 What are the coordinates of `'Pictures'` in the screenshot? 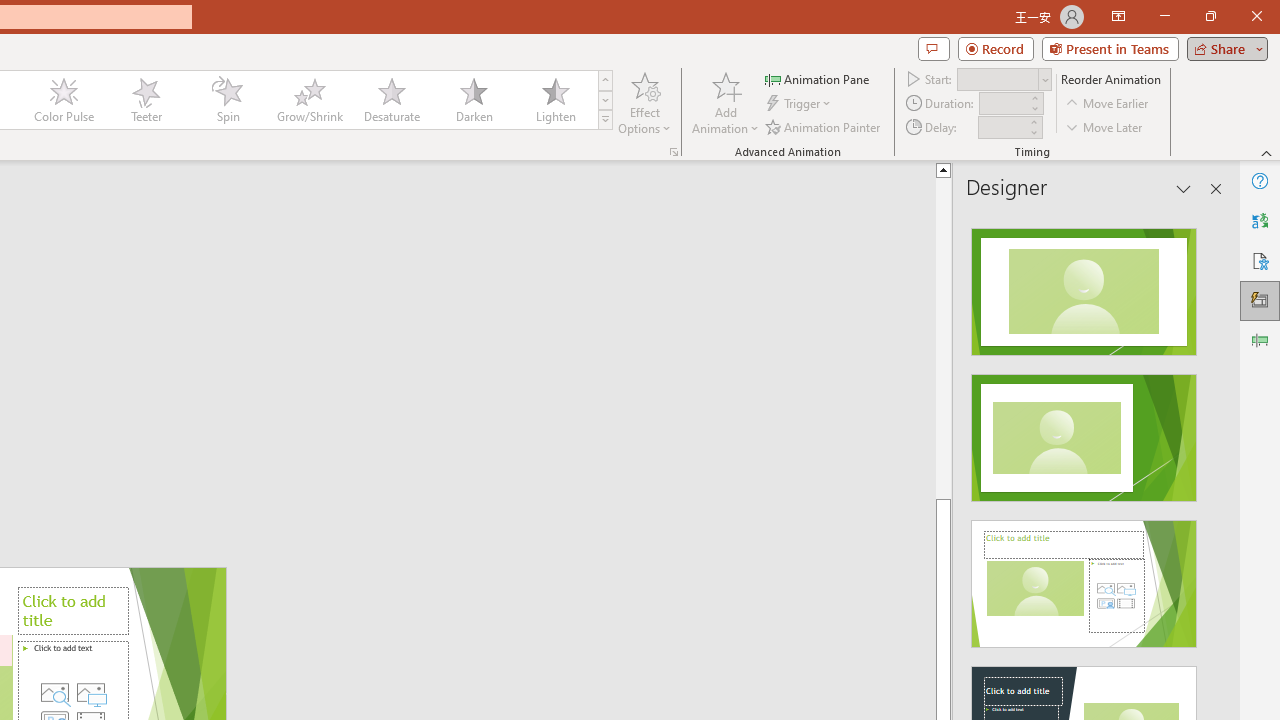 It's located at (90, 692).